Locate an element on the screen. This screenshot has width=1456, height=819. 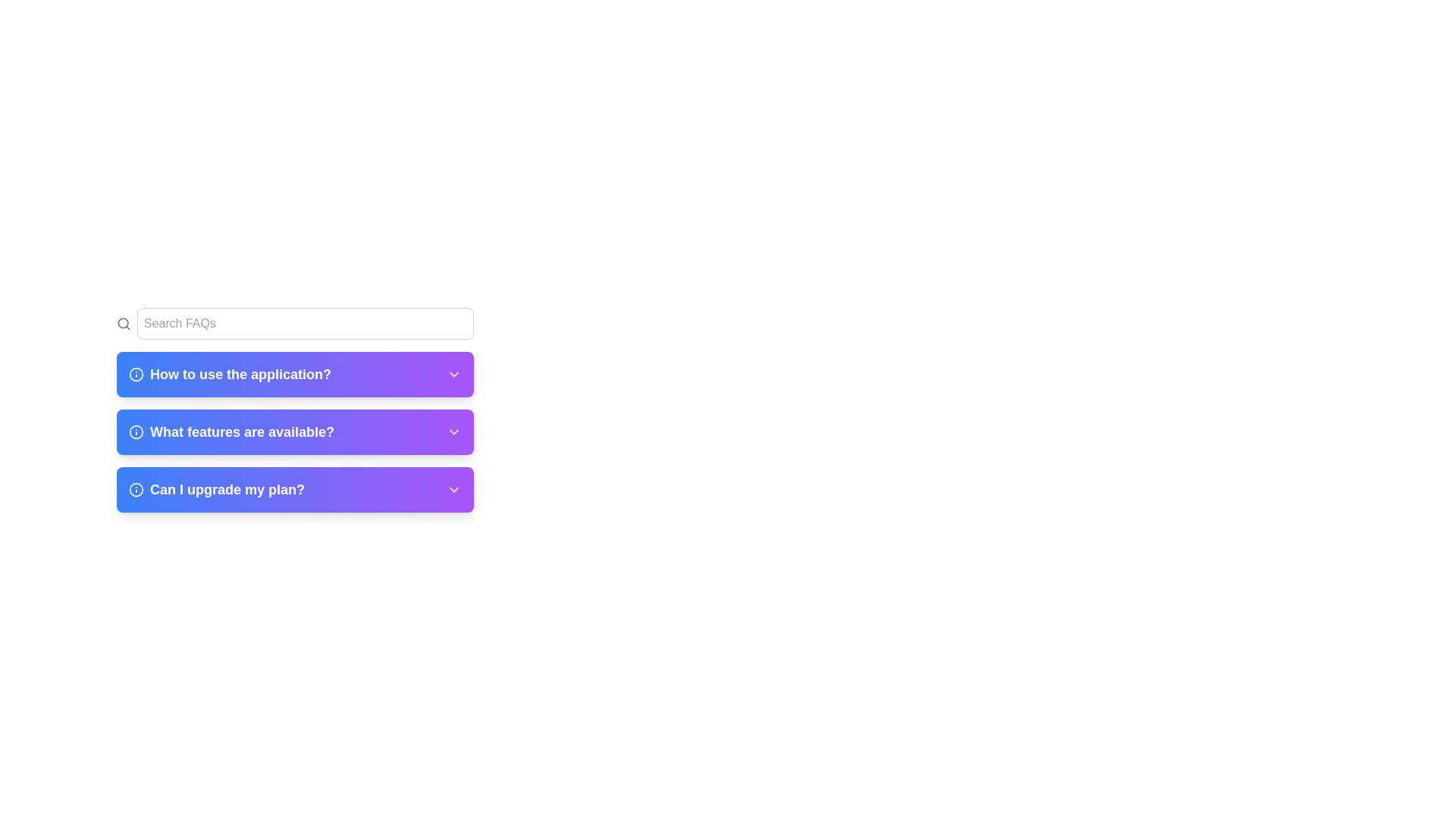
the Chevron-down icon at the far-right side of the blue-to-purple gradient bar labeled 'How to use the application?' is located at coordinates (453, 374).